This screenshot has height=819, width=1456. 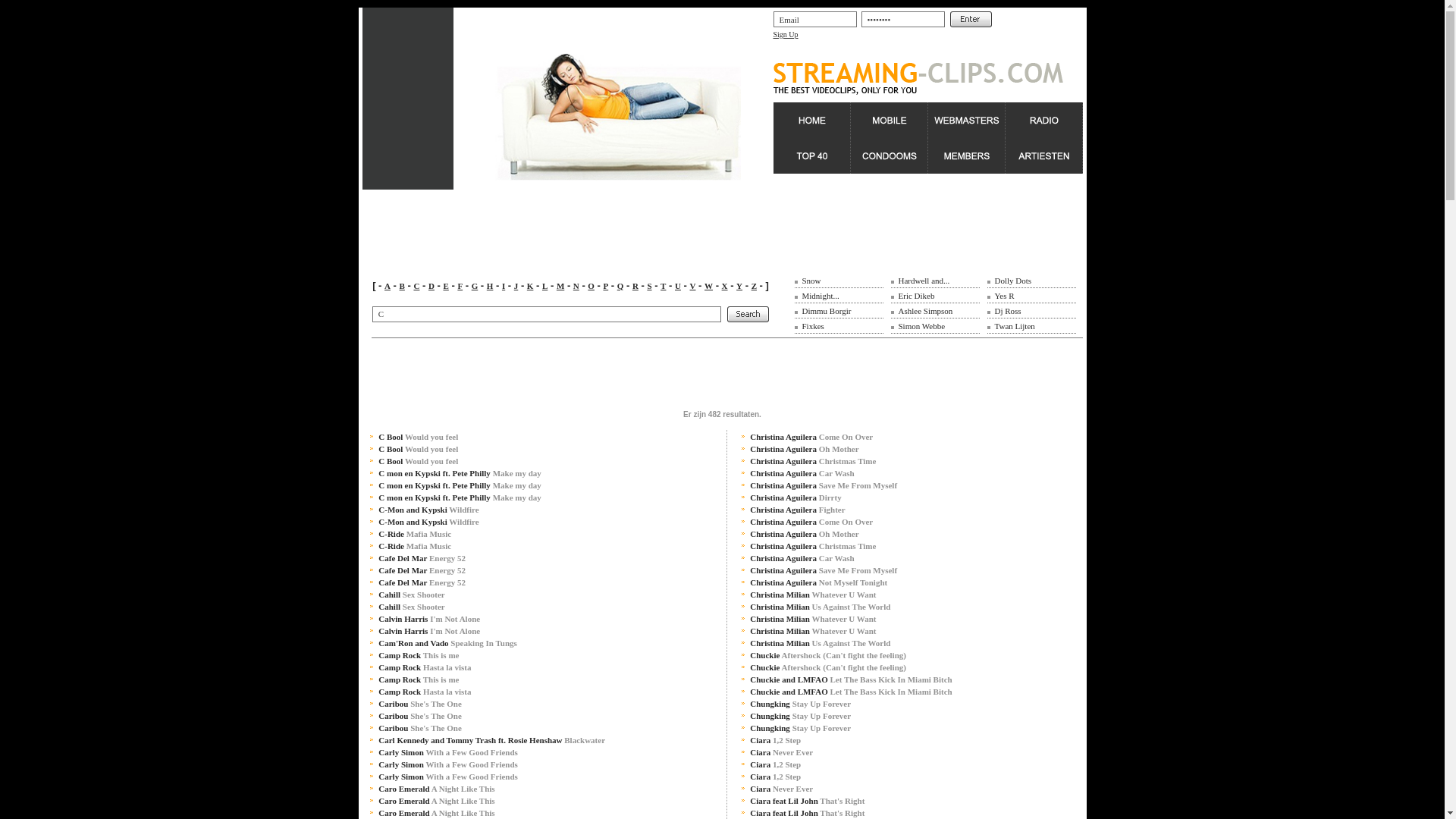 I want to click on 'Carl Kennedy and Tommy Trash ft. Rosie Henshaw Blackwater', so click(x=491, y=739).